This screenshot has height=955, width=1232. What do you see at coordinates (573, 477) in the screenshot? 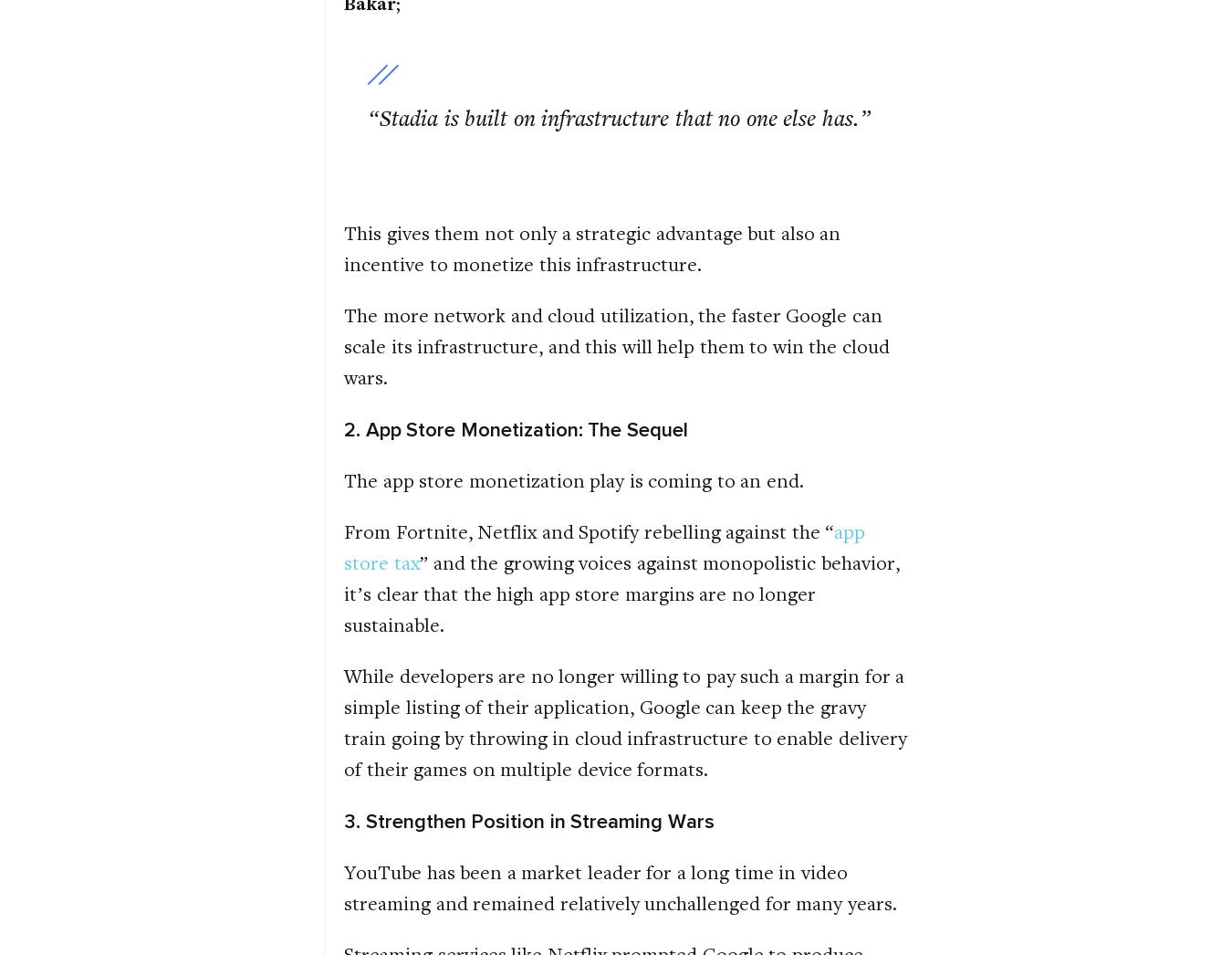
I see `'The app store monetization play is coming to an end.'` at bounding box center [573, 477].